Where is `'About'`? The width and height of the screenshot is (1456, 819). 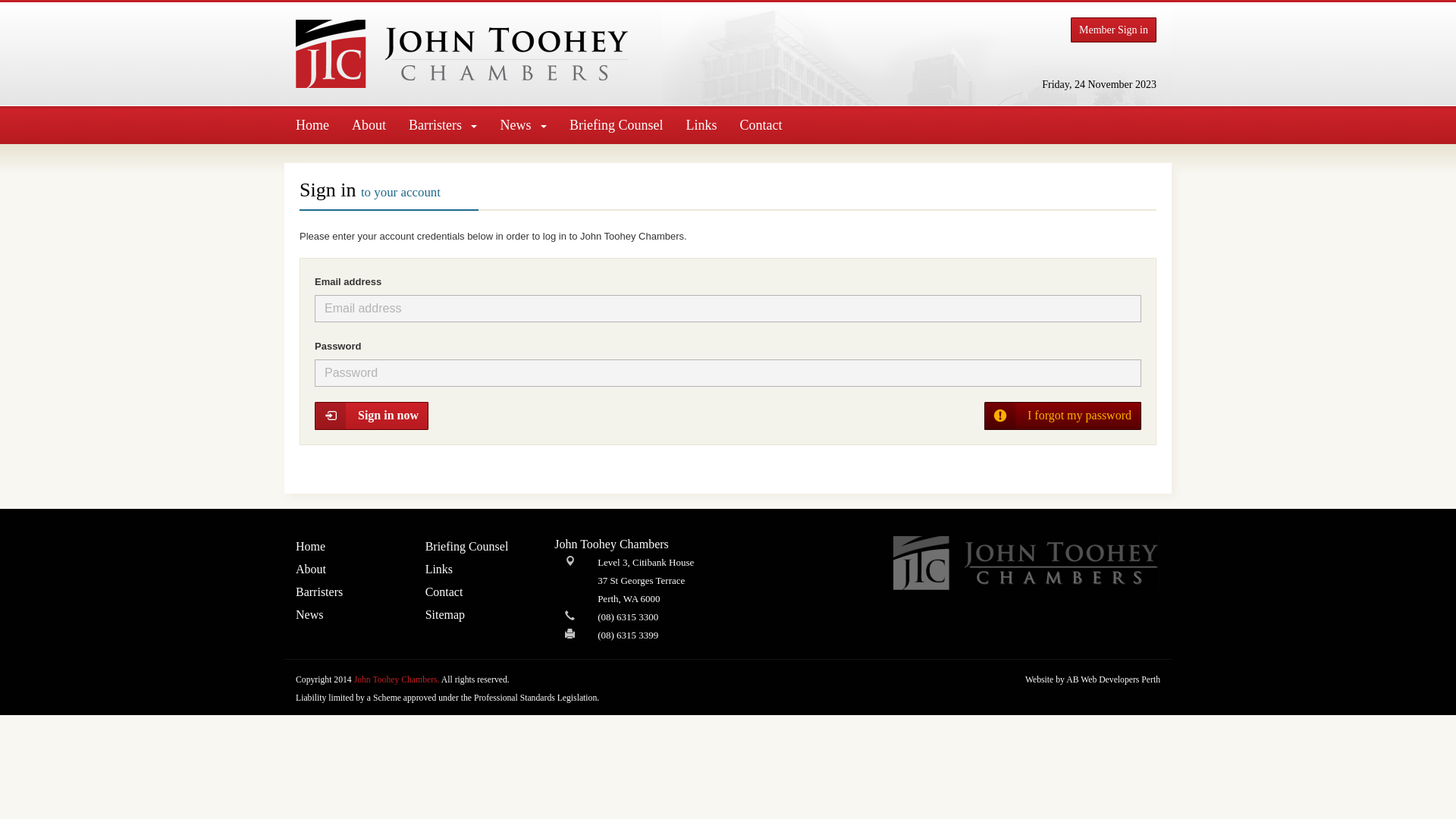 'About' is located at coordinates (348, 570).